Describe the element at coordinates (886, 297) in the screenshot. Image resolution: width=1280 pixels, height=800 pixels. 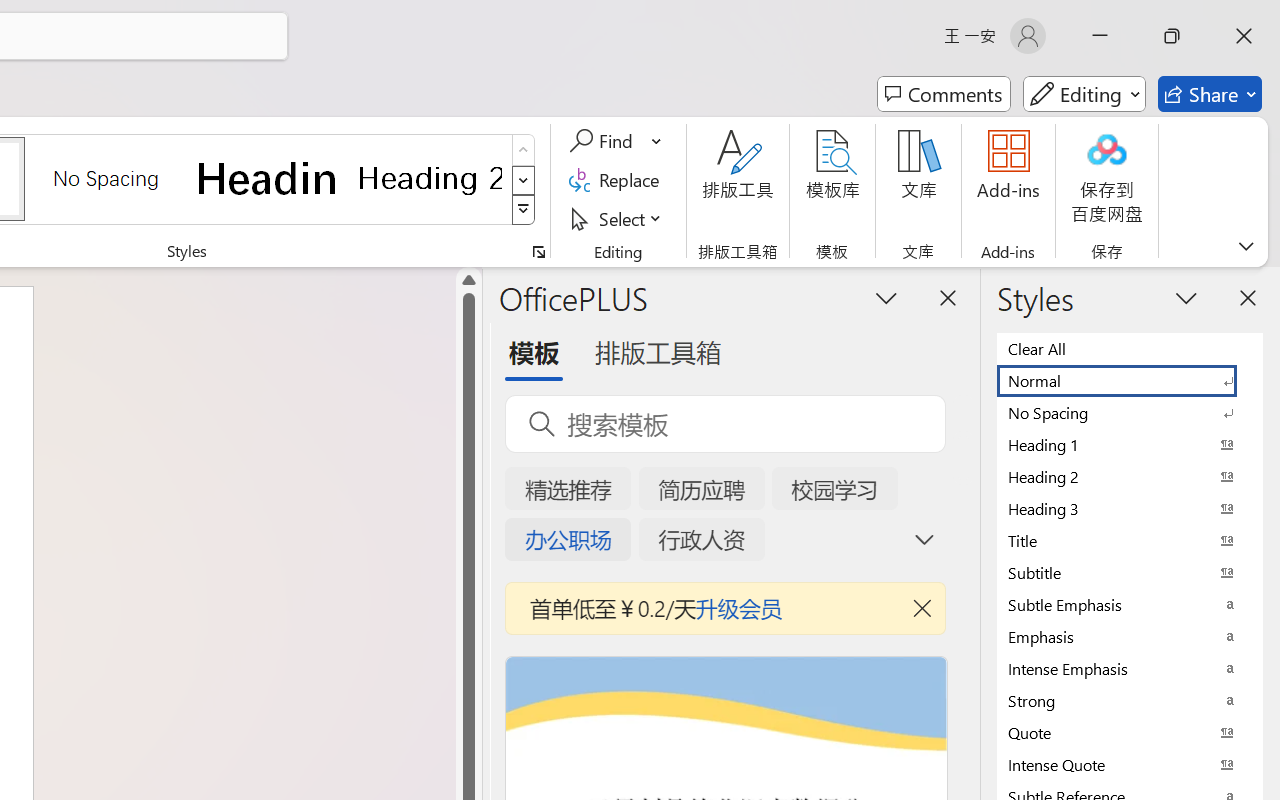
I see `'Task Pane Options'` at that location.